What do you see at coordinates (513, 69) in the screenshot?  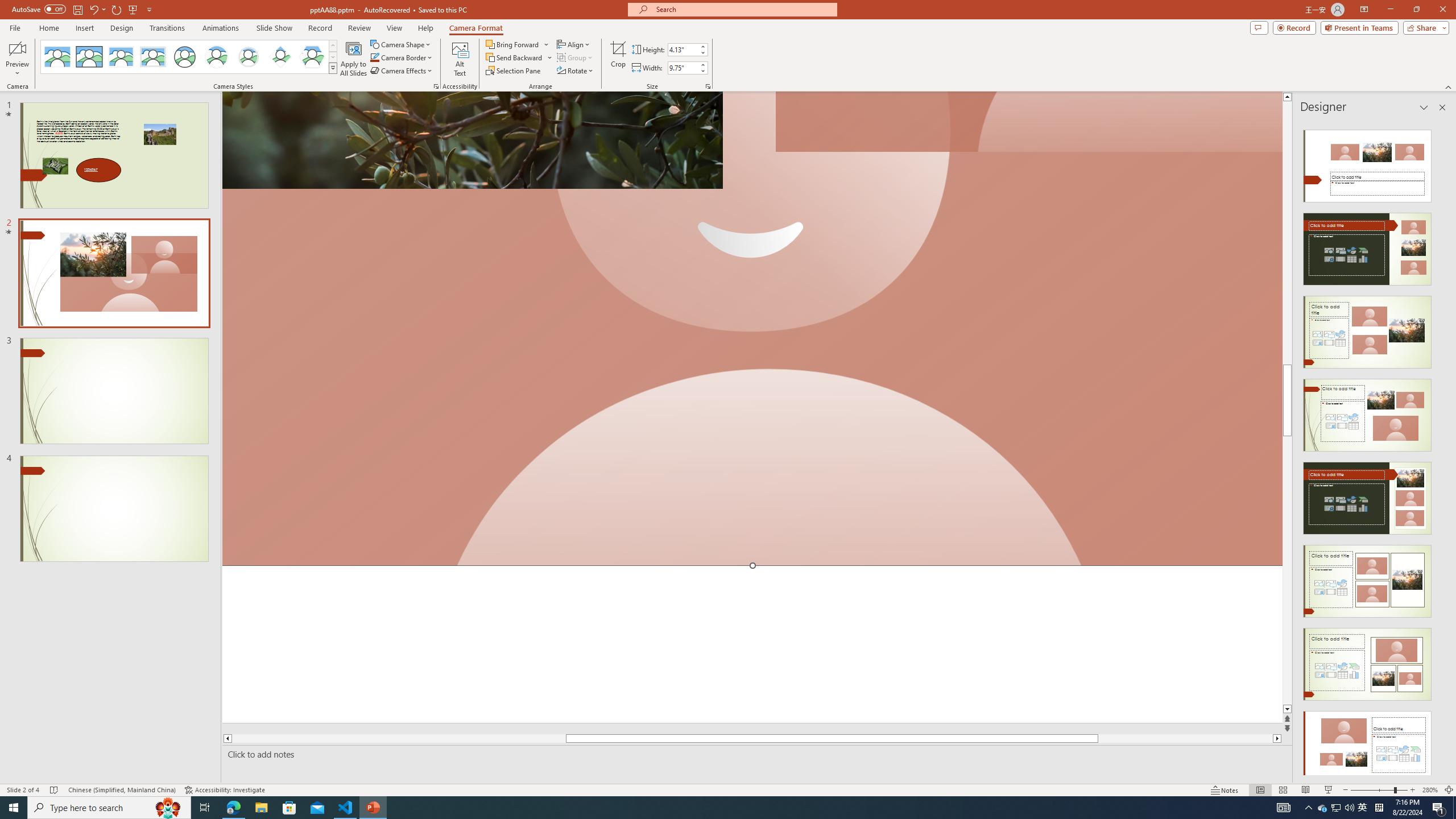 I see `'Selection Pane...'` at bounding box center [513, 69].